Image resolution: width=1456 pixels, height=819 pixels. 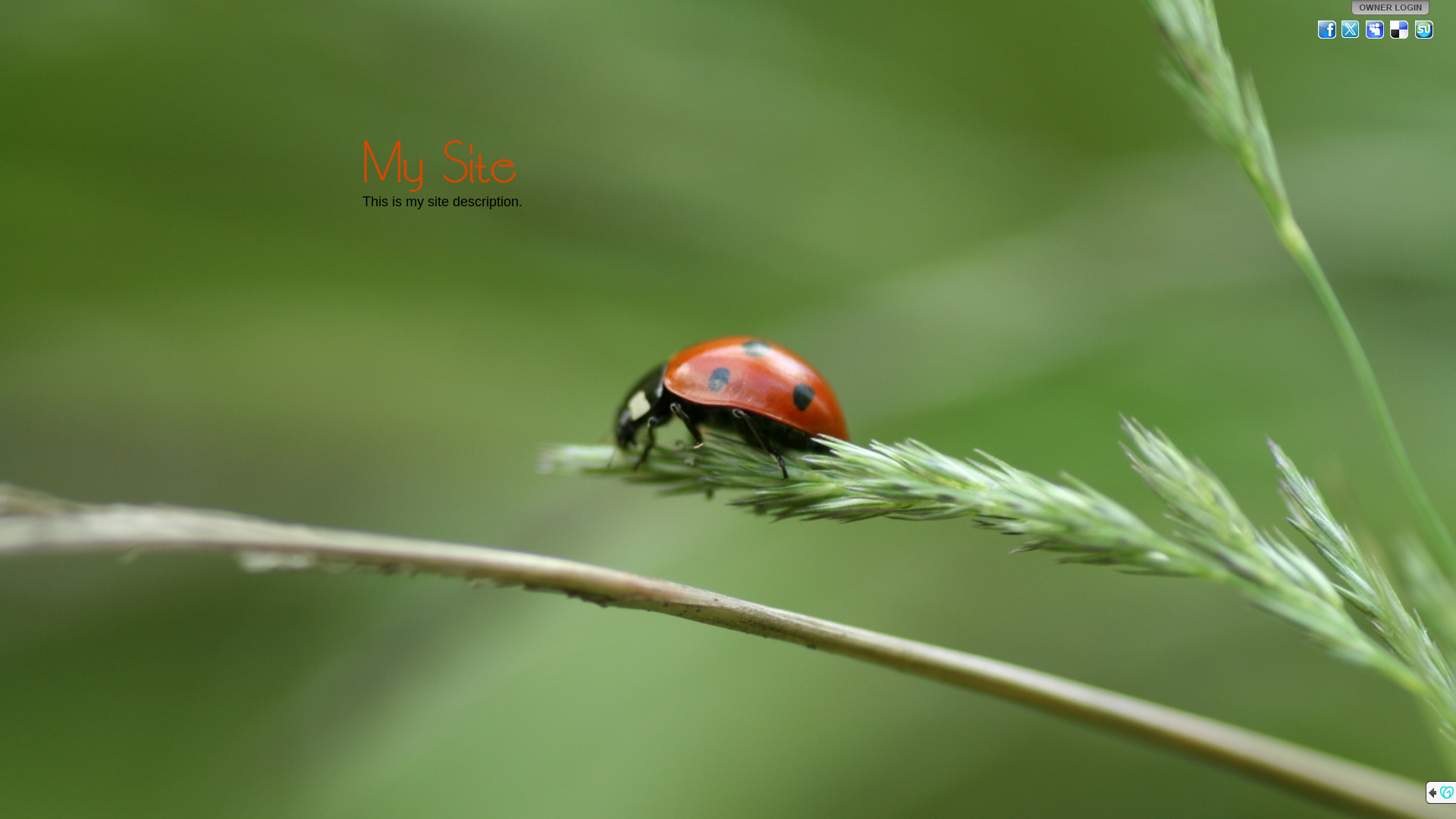 What do you see at coordinates (1389, 29) in the screenshot?
I see `'Del.icio.us'` at bounding box center [1389, 29].